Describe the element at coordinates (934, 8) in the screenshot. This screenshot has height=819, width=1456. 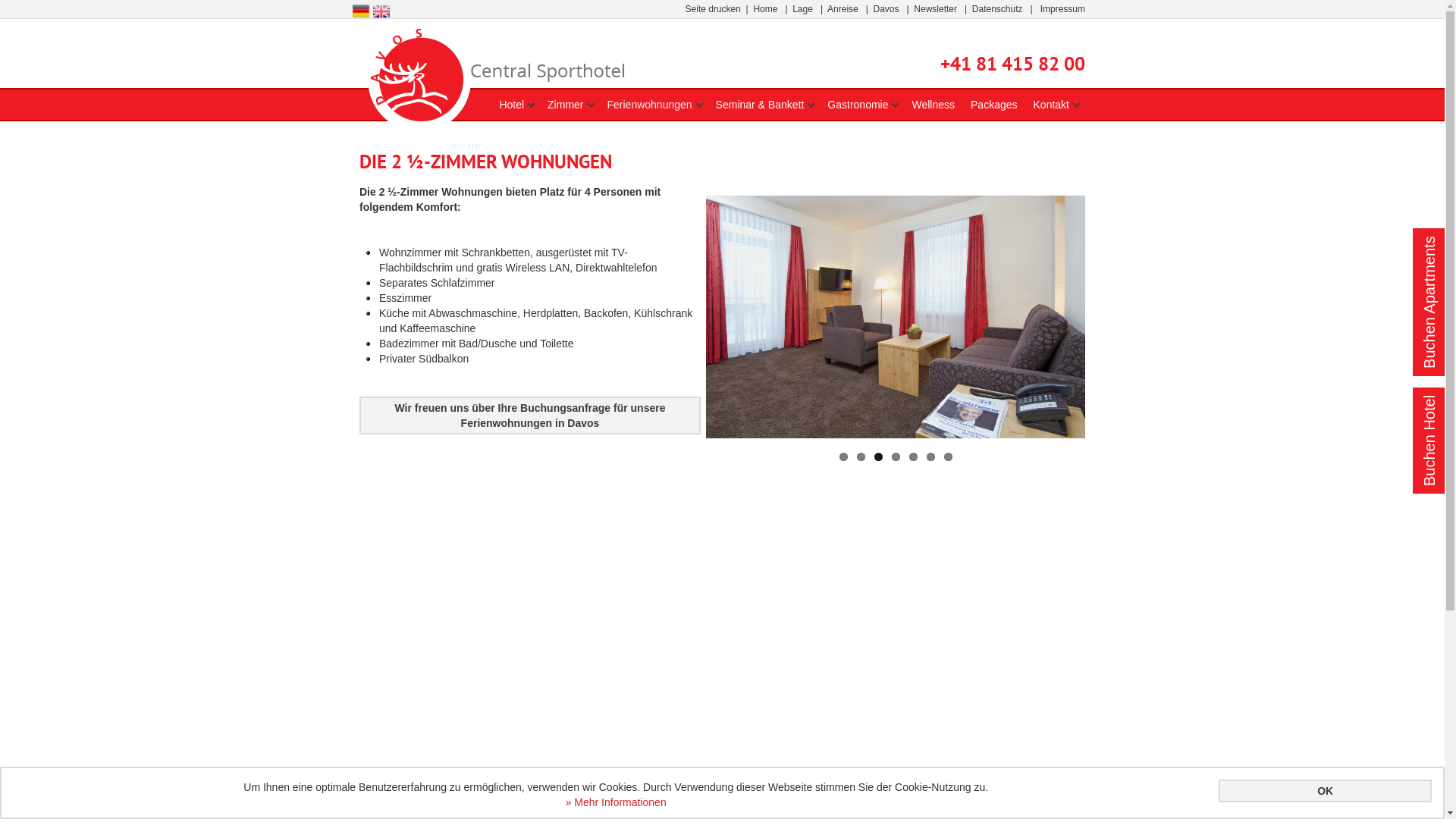
I see `'Newsletter'` at that location.